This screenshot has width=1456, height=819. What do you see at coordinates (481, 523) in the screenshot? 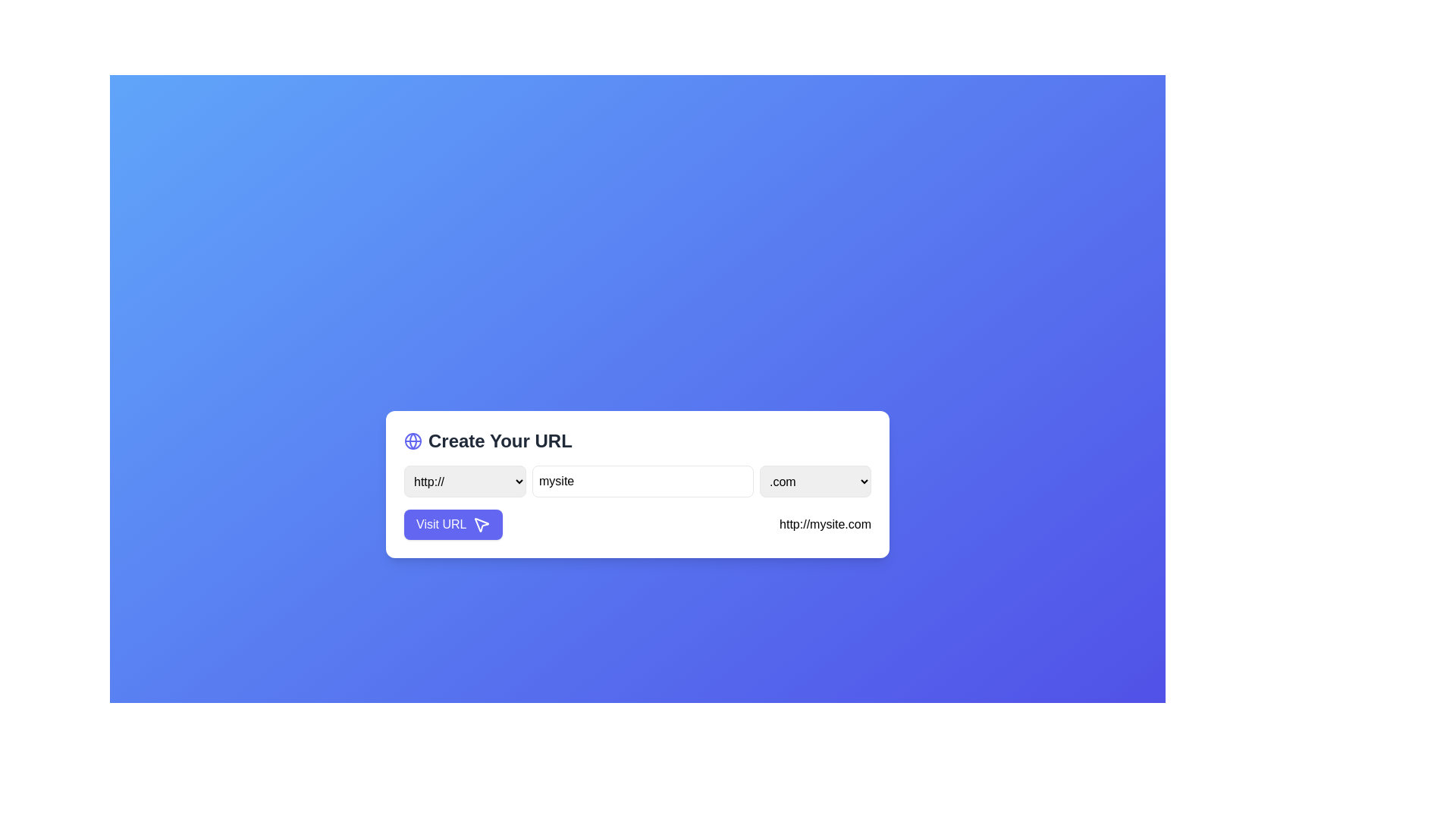
I see `the icon located on the right-hand side of the 'Visit URL' button, which is prominently positioned within a card-like section near the lower center of the interface` at bounding box center [481, 523].